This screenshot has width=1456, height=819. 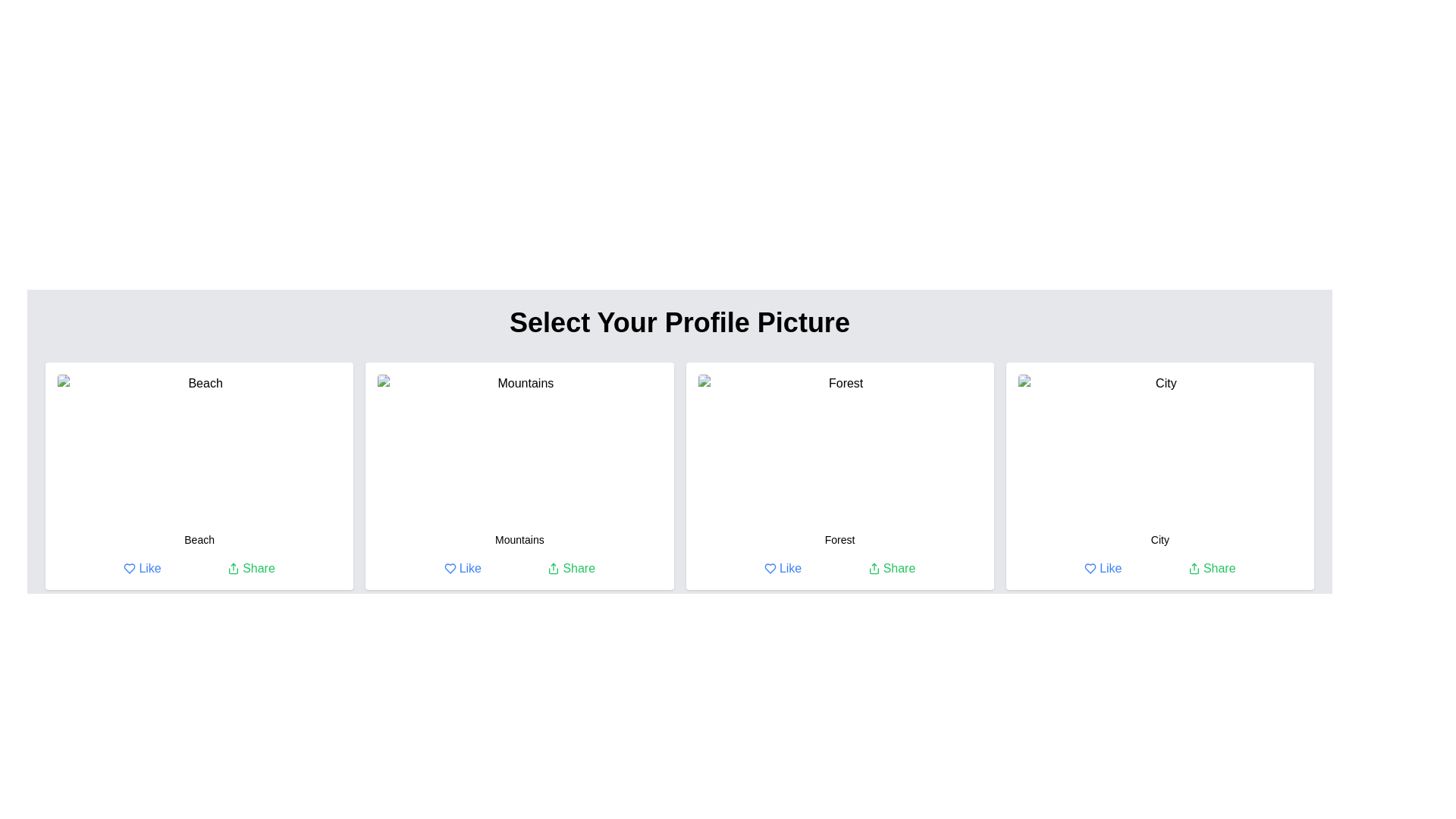 I want to click on the 'Share' button, which features green text and an upward right arrow icon, located in the 'City' section of the interface, so click(x=1211, y=568).